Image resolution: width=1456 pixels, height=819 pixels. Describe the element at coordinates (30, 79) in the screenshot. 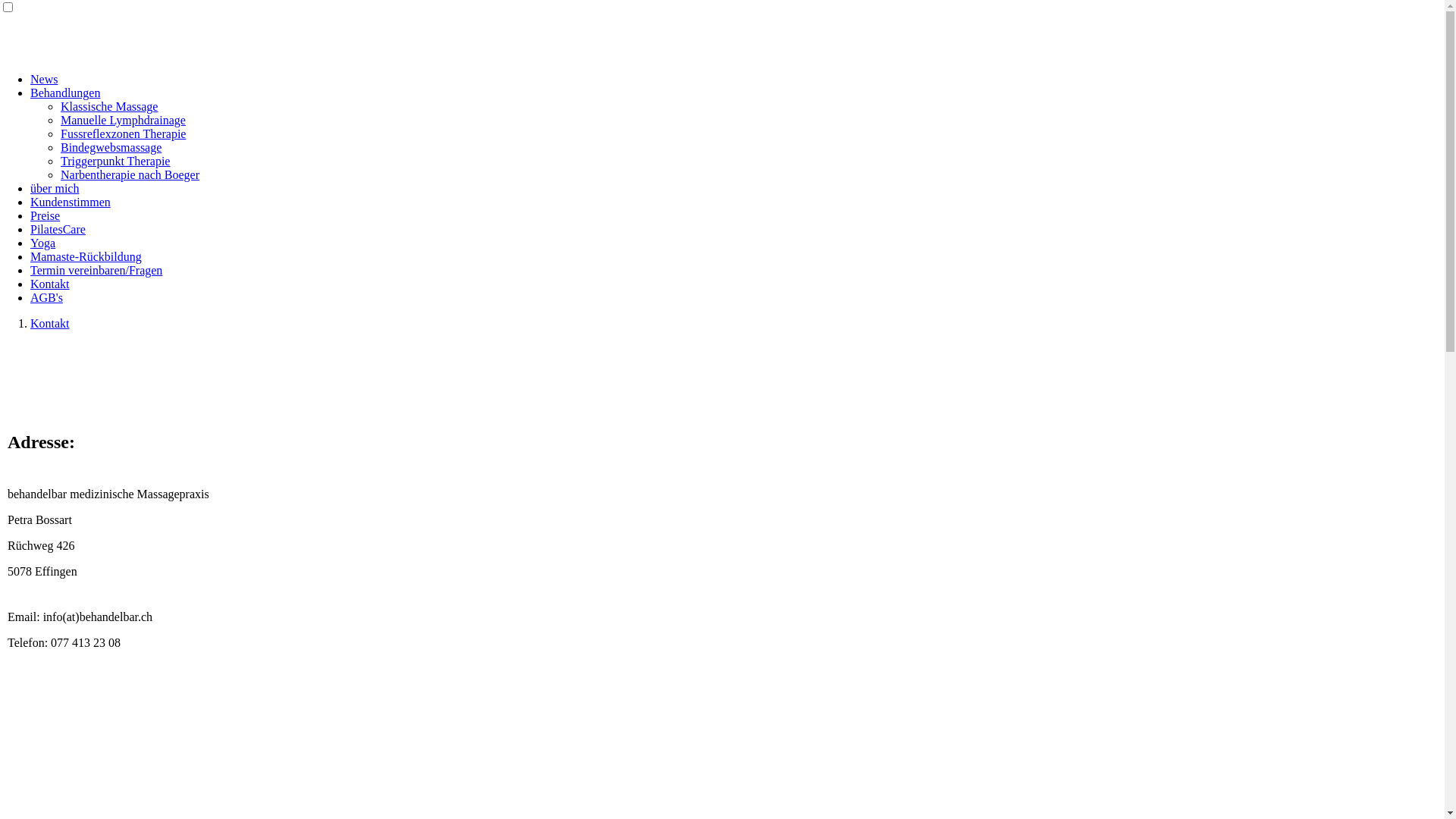

I see `'News'` at that location.